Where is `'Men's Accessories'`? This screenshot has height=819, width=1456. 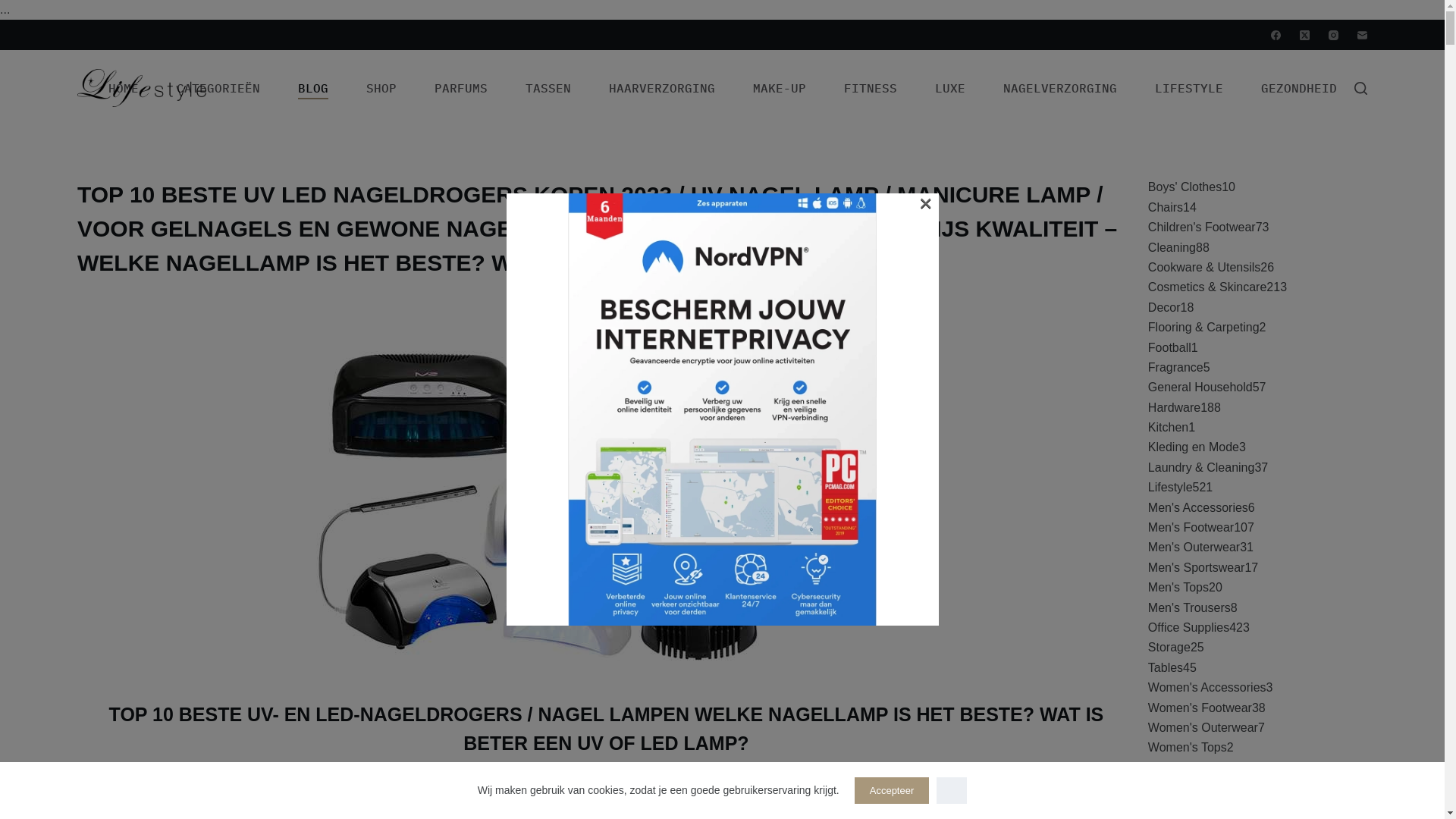 'Men's Accessories' is located at coordinates (1197, 507).